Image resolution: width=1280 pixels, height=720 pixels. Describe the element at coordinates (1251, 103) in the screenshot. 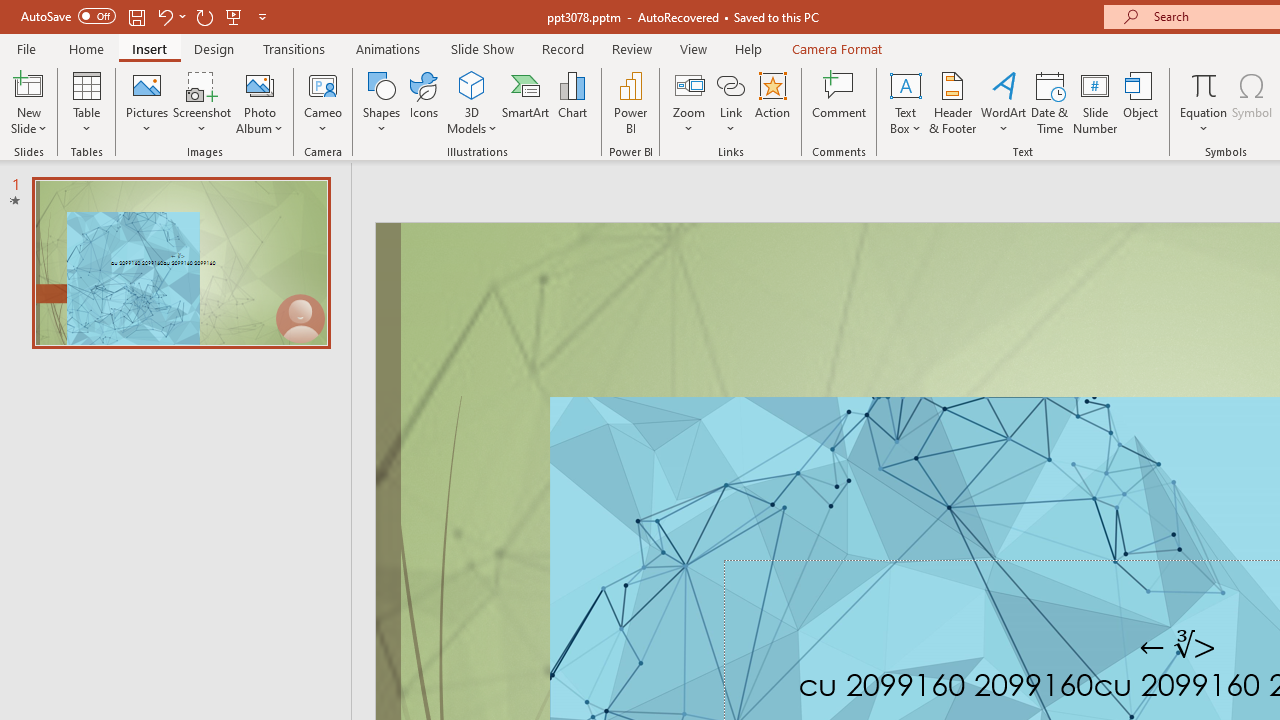

I see `'Symbol...'` at that location.